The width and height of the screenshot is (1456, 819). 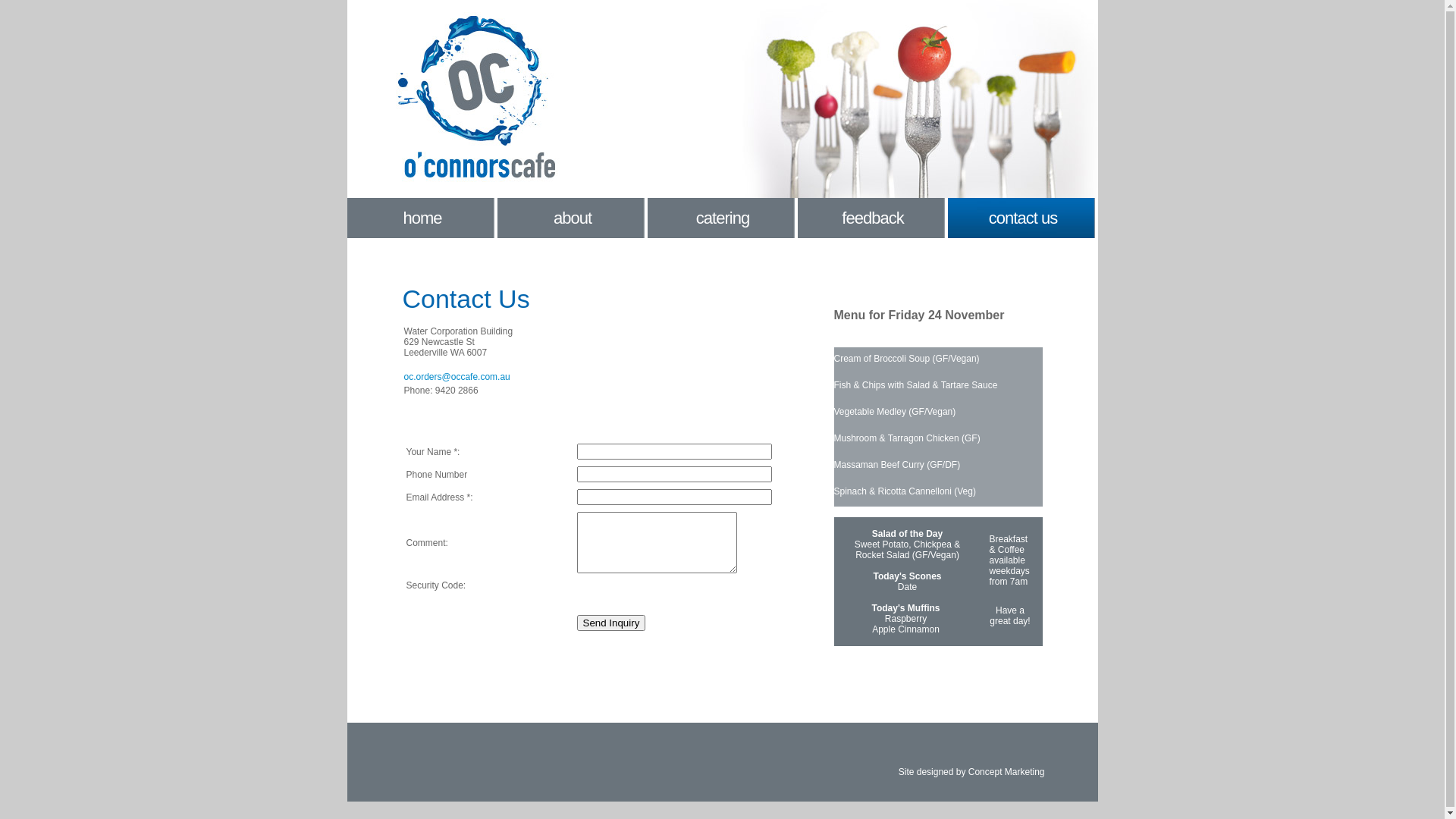 I want to click on 'feedback', so click(x=873, y=218).